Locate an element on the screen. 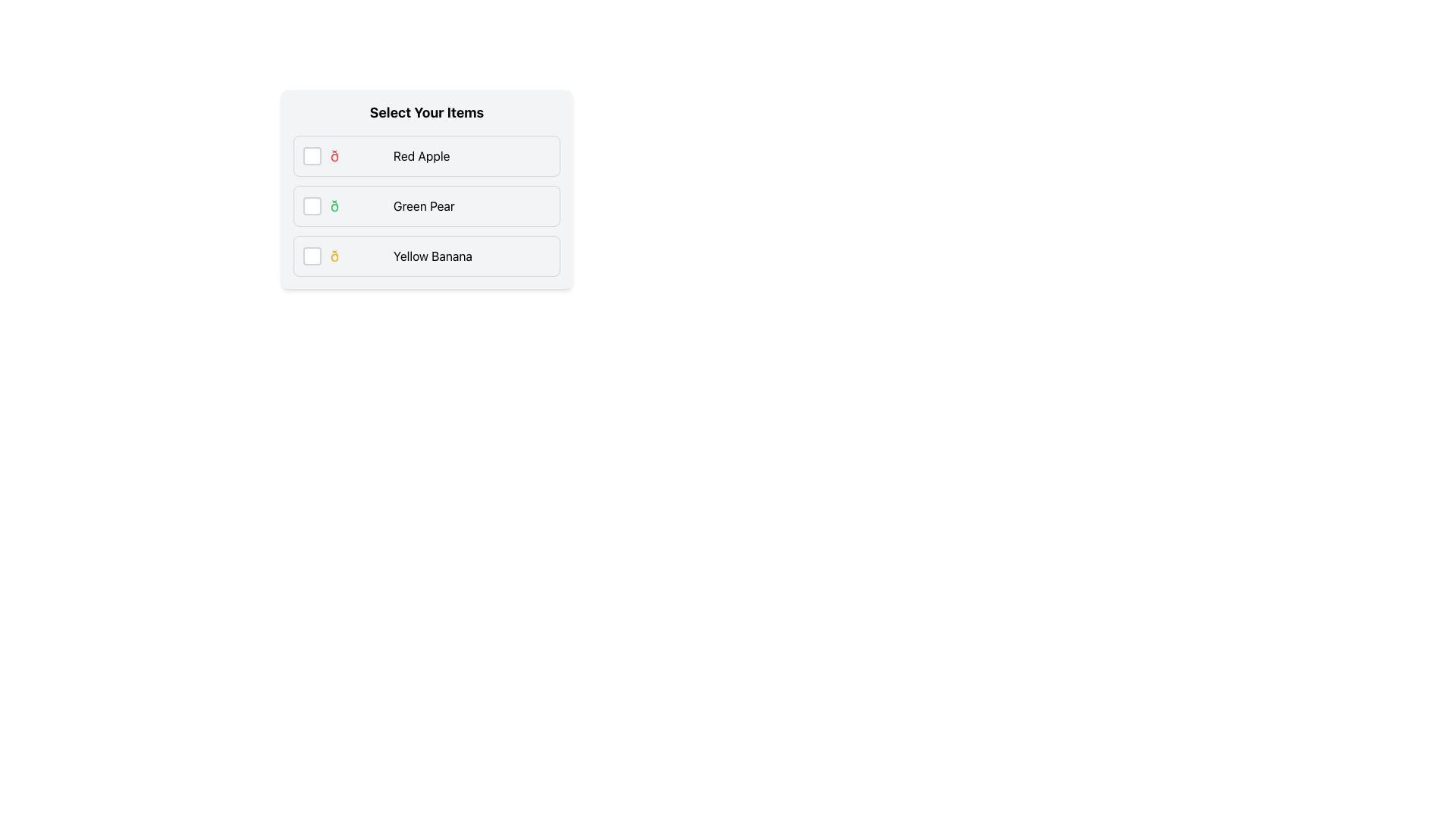 This screenshot has width=1456, height=819. the red apple emoji icon, which is styled with red text color and is located next to the 'Red Apple' label in the first row of a list is located at coordinates (356, 155).